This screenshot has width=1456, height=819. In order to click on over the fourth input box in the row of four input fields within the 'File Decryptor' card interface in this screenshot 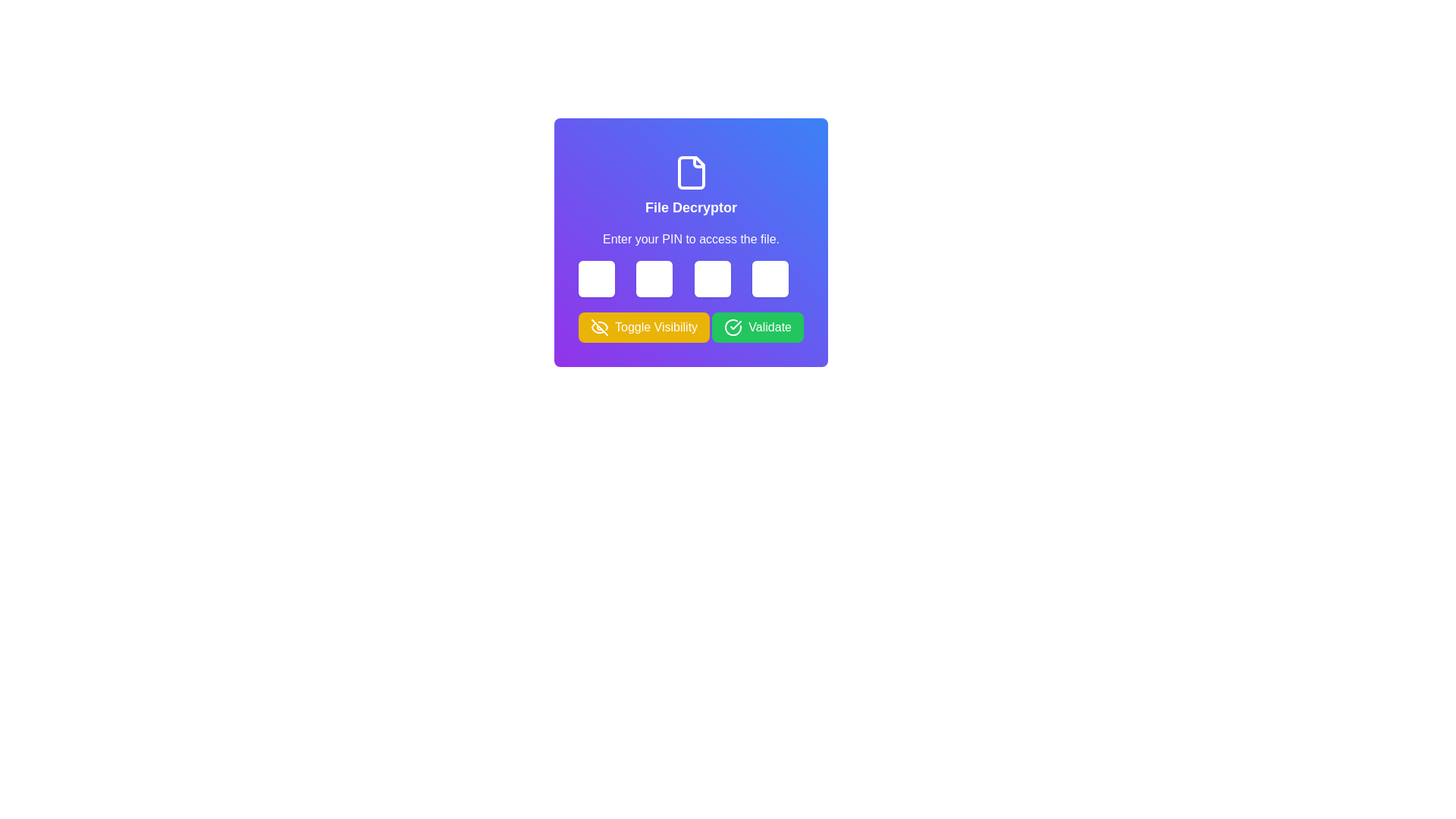, I will do `click(770, 278)`.